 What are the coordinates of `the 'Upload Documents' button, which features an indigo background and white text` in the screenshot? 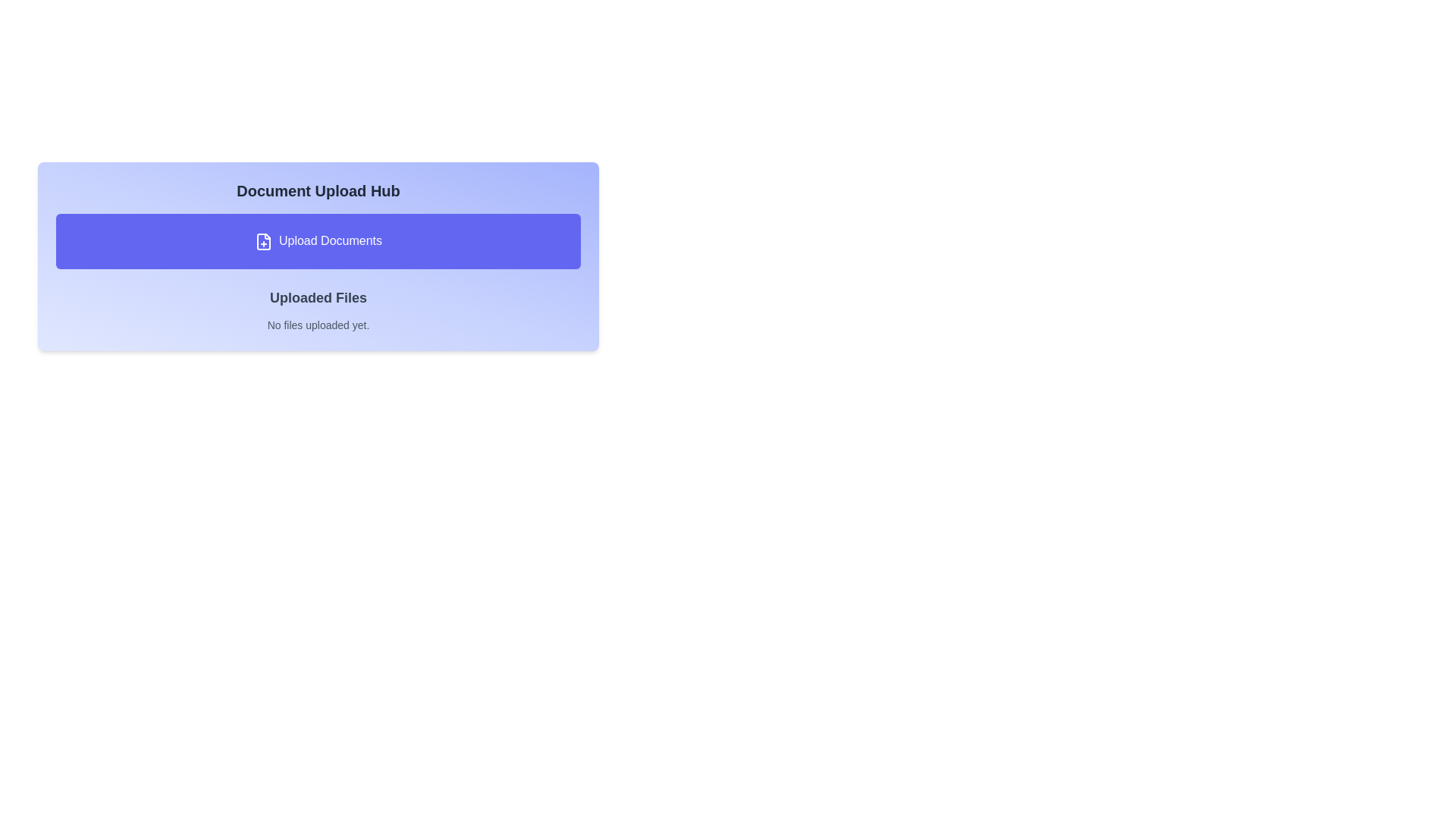 It's located at (318, 240).